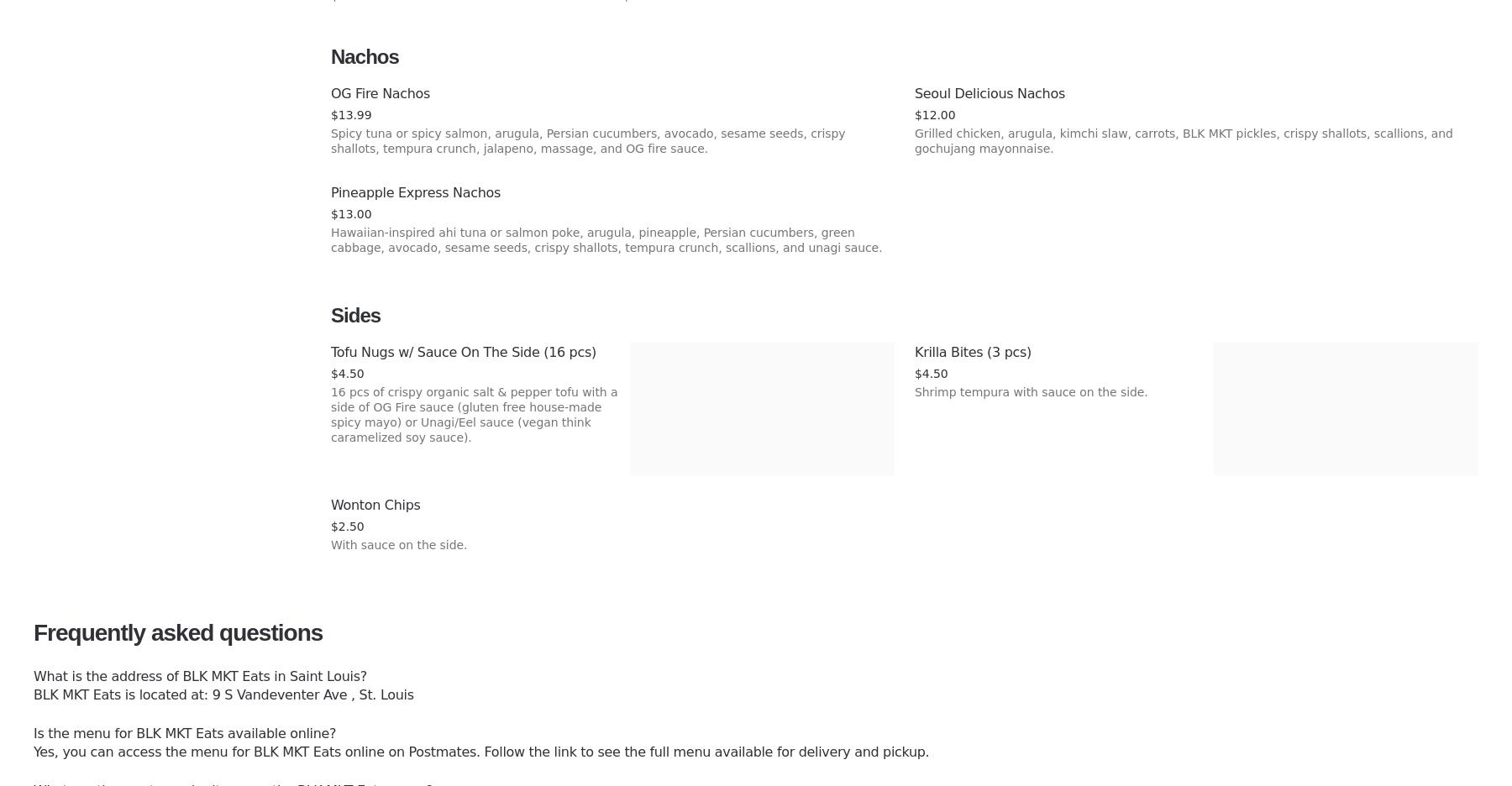 Image resolution: width=1512 pixels, height=786 pixels. I want to click on '$2.50', so click(347, 526).